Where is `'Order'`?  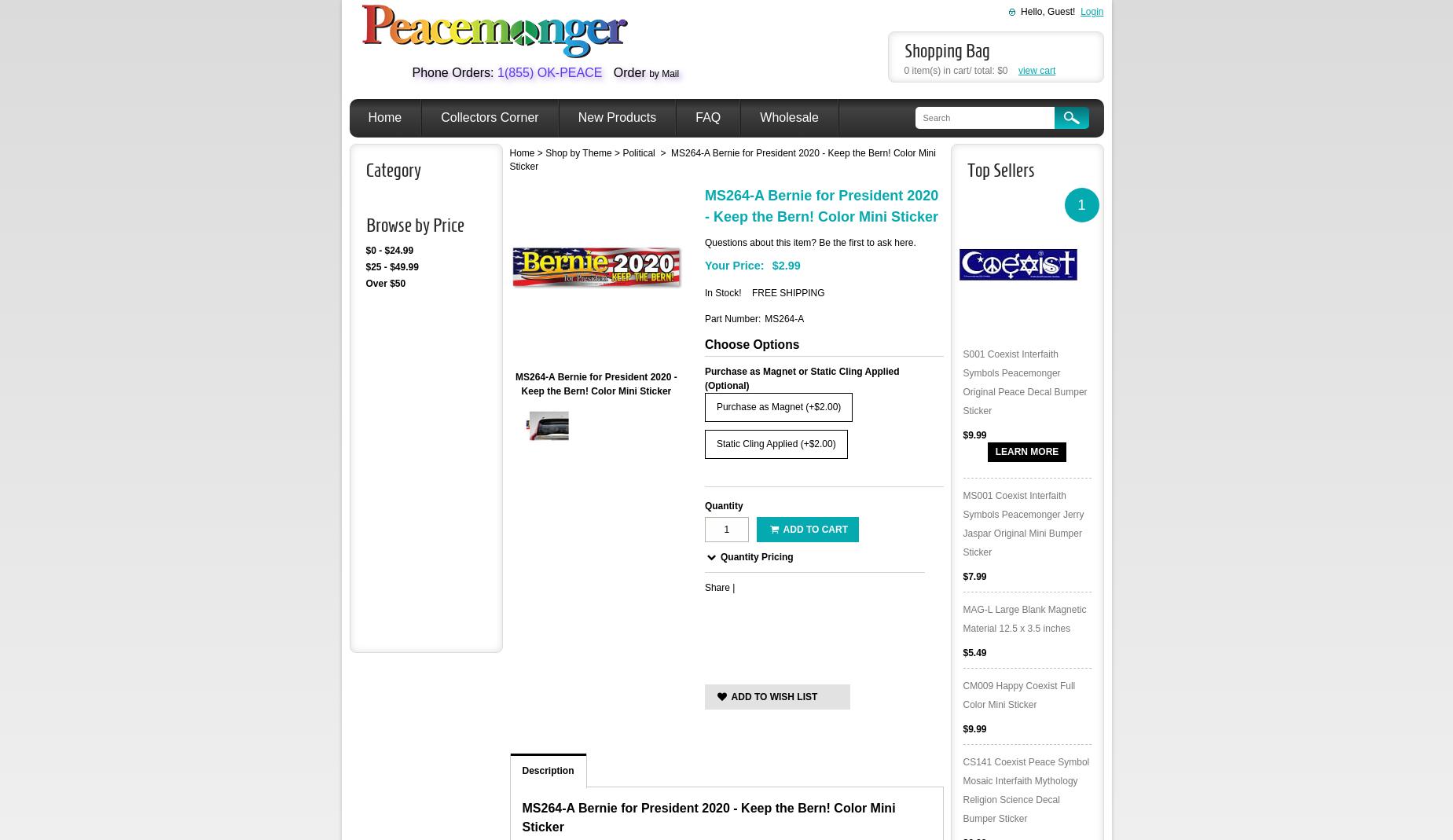
'Order' is located at coordinates (628, 71).